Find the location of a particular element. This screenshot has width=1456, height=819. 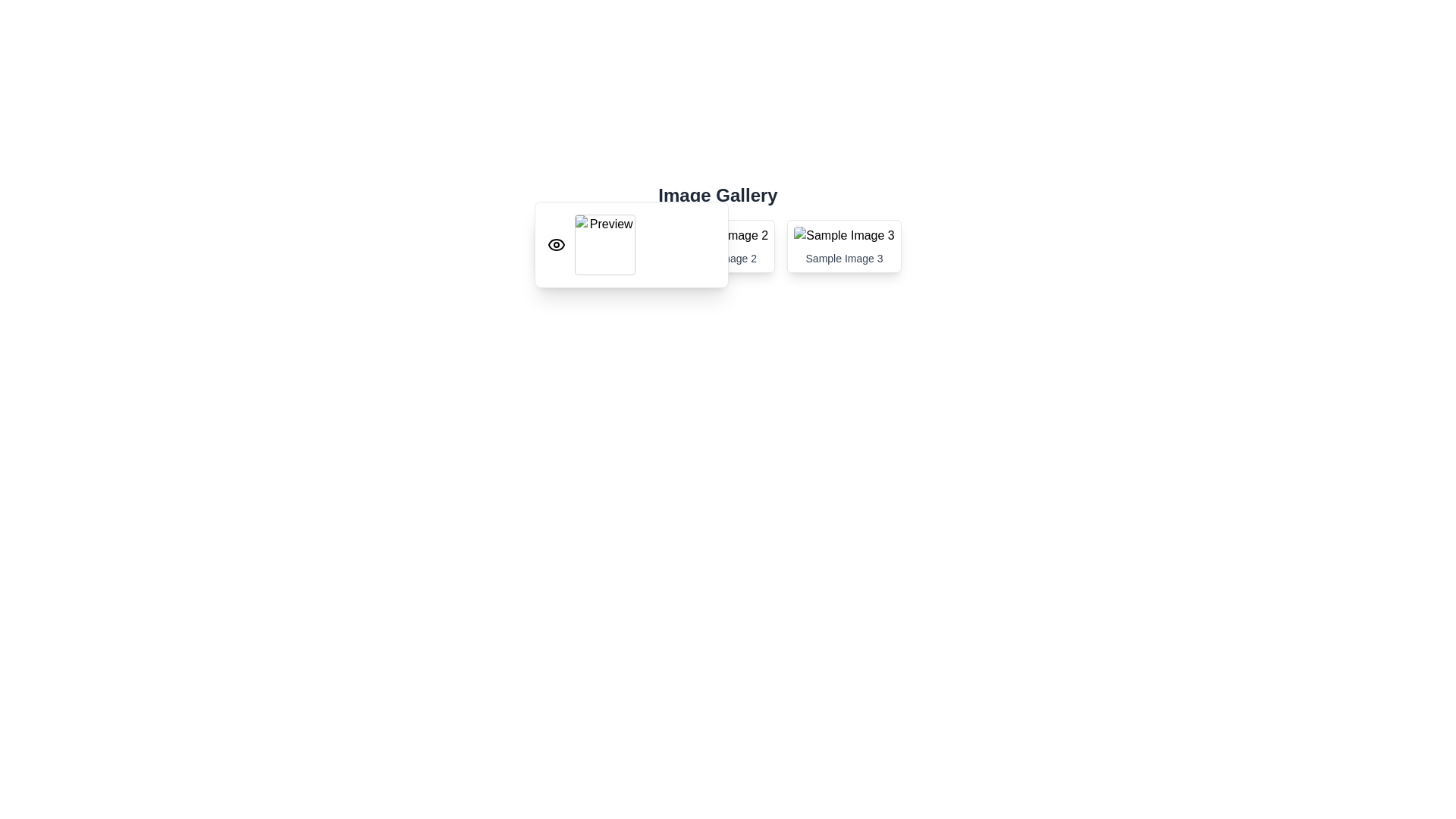

the eye graphical icon located in the top-left corner of the interface for interaction is located at coordinates (556, 244).